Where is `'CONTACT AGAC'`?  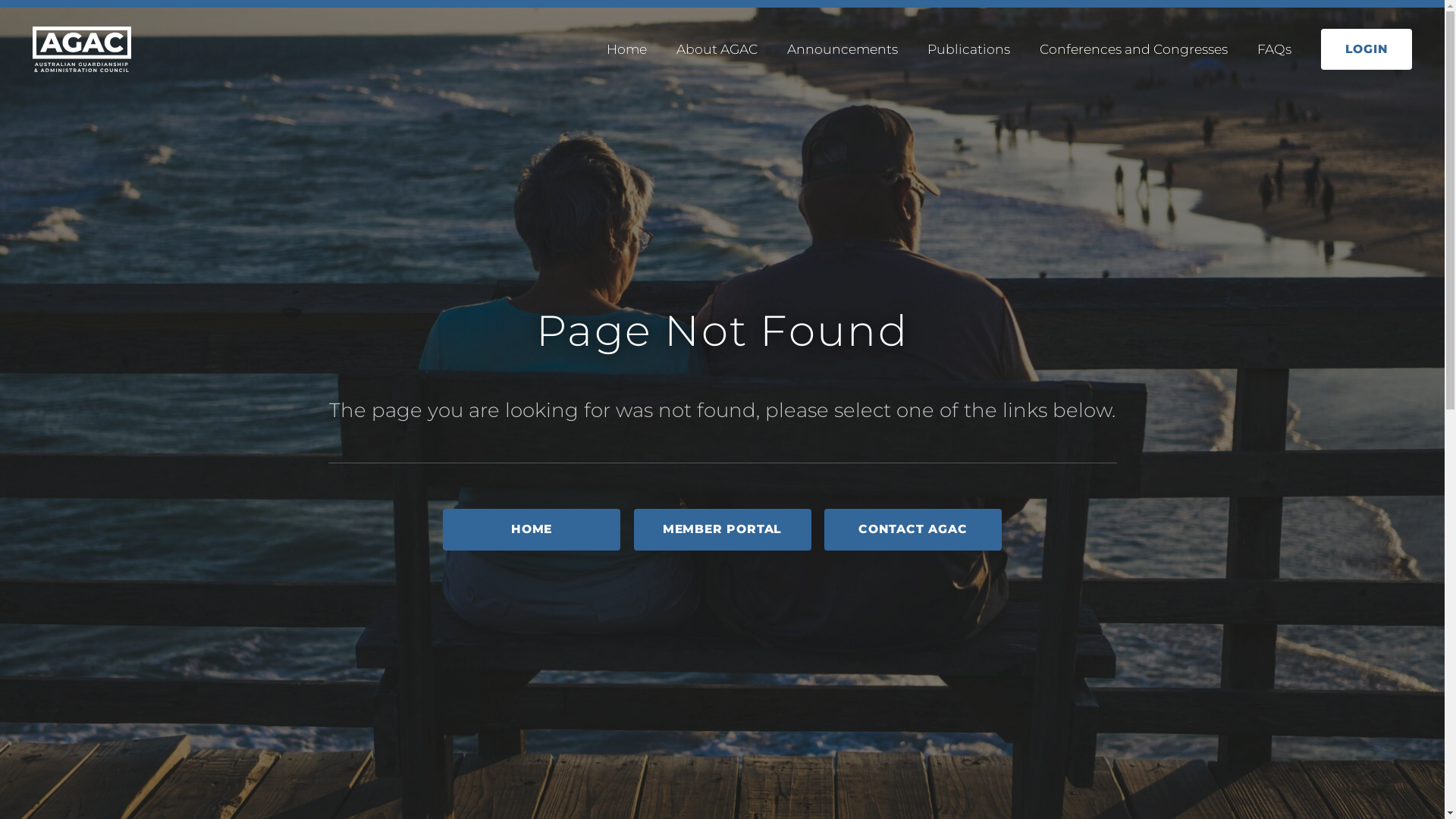 'CONTACT AGAC' is located at coordinates (912, 529).